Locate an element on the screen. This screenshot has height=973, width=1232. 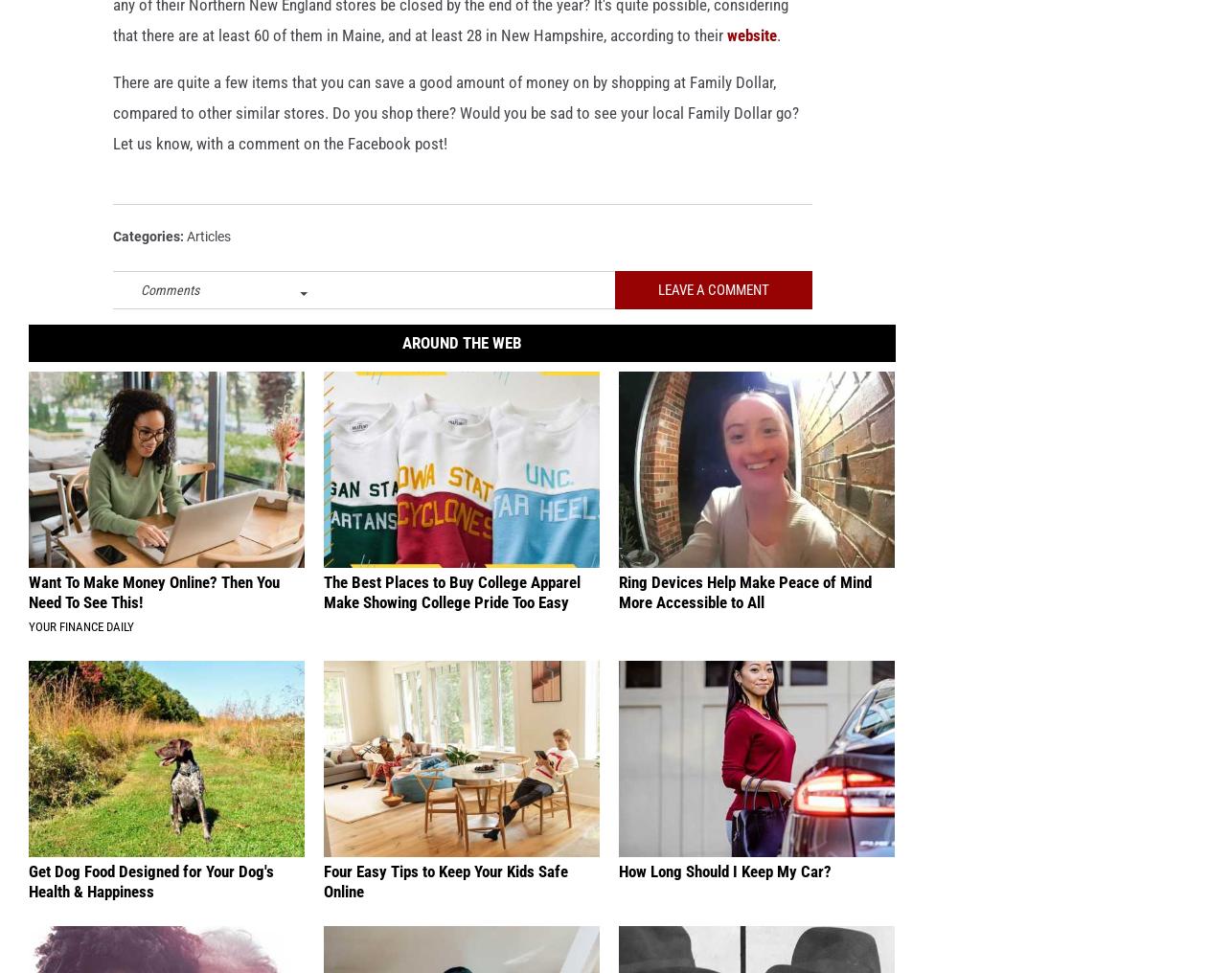
'There are quite a few items that you can save a good amount of money on by shopping at Family Dollar, compared to other similar stores. Do you shop there? Would you be sad to see your local Family Dollar go? Let us know, with a comment on the Facebook post!' is located at coordinates (113, 142).